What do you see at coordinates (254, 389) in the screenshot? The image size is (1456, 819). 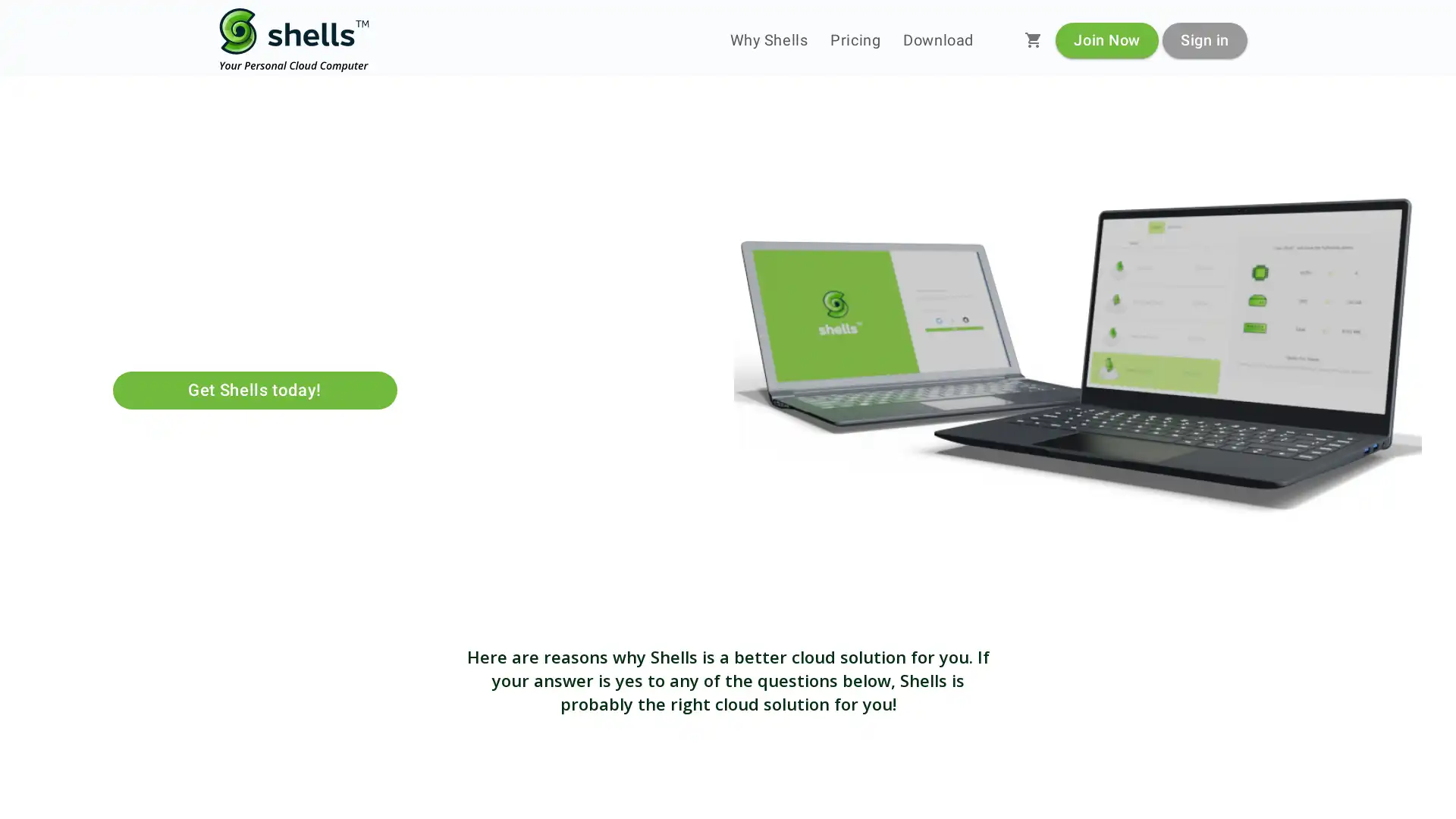 I see `Get Shells today!` at bounding box center [254, 389].